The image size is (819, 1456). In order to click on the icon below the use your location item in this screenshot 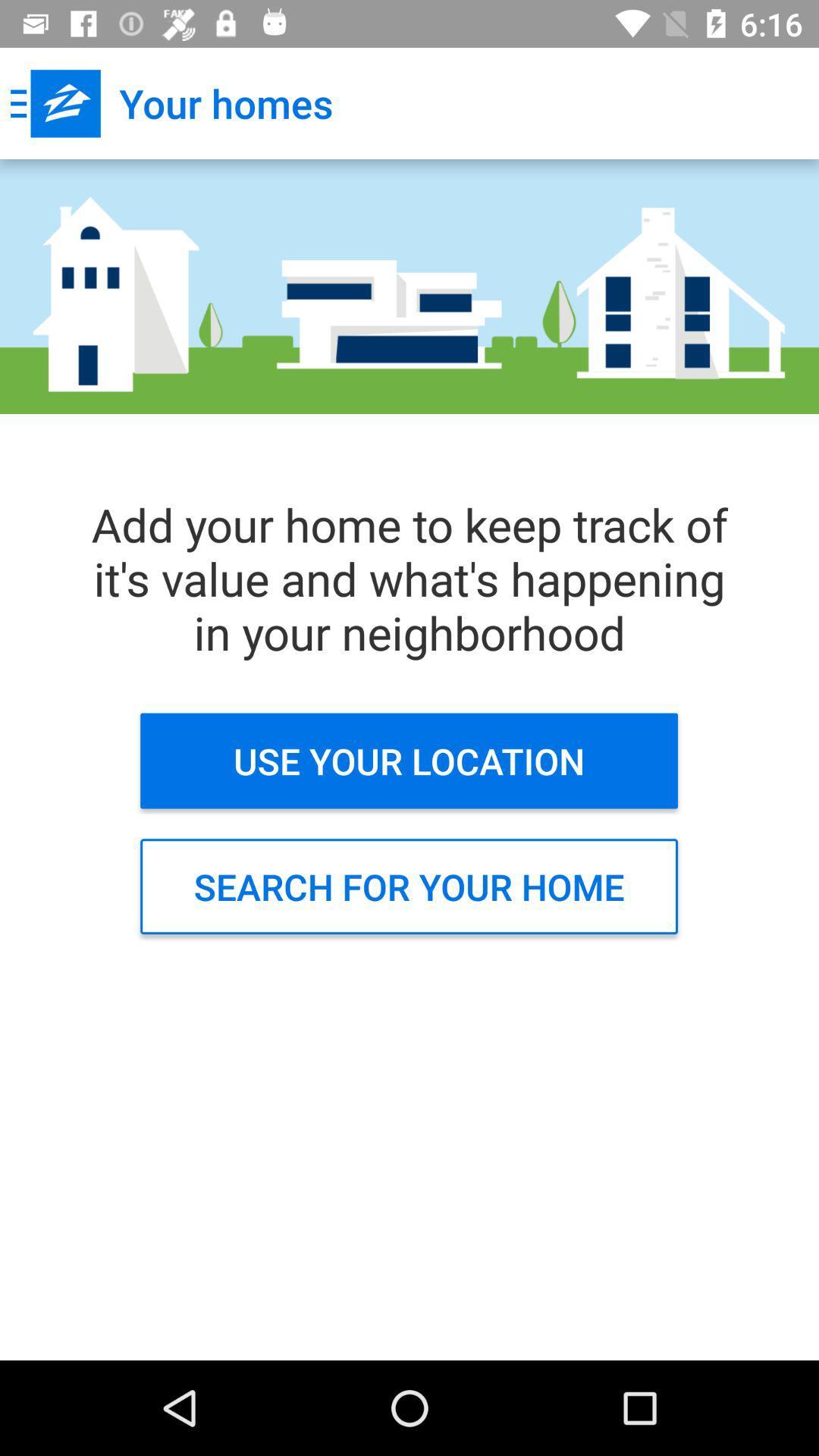, I will do `click(408, 886)`.